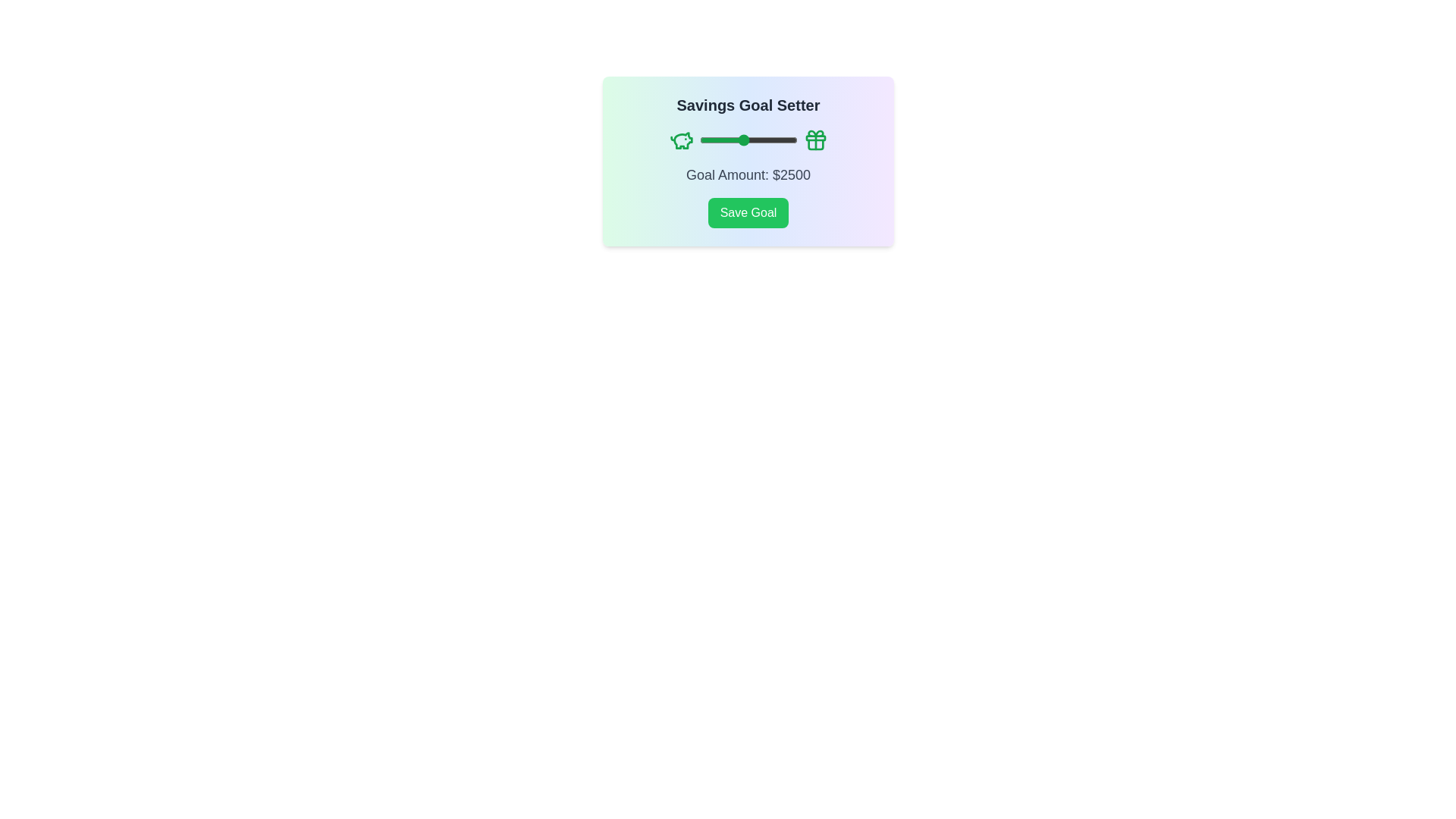 This screenshot has width=1456, height=819. I want to click on the slider to set the goal amount to 3030, so click(754, 140).